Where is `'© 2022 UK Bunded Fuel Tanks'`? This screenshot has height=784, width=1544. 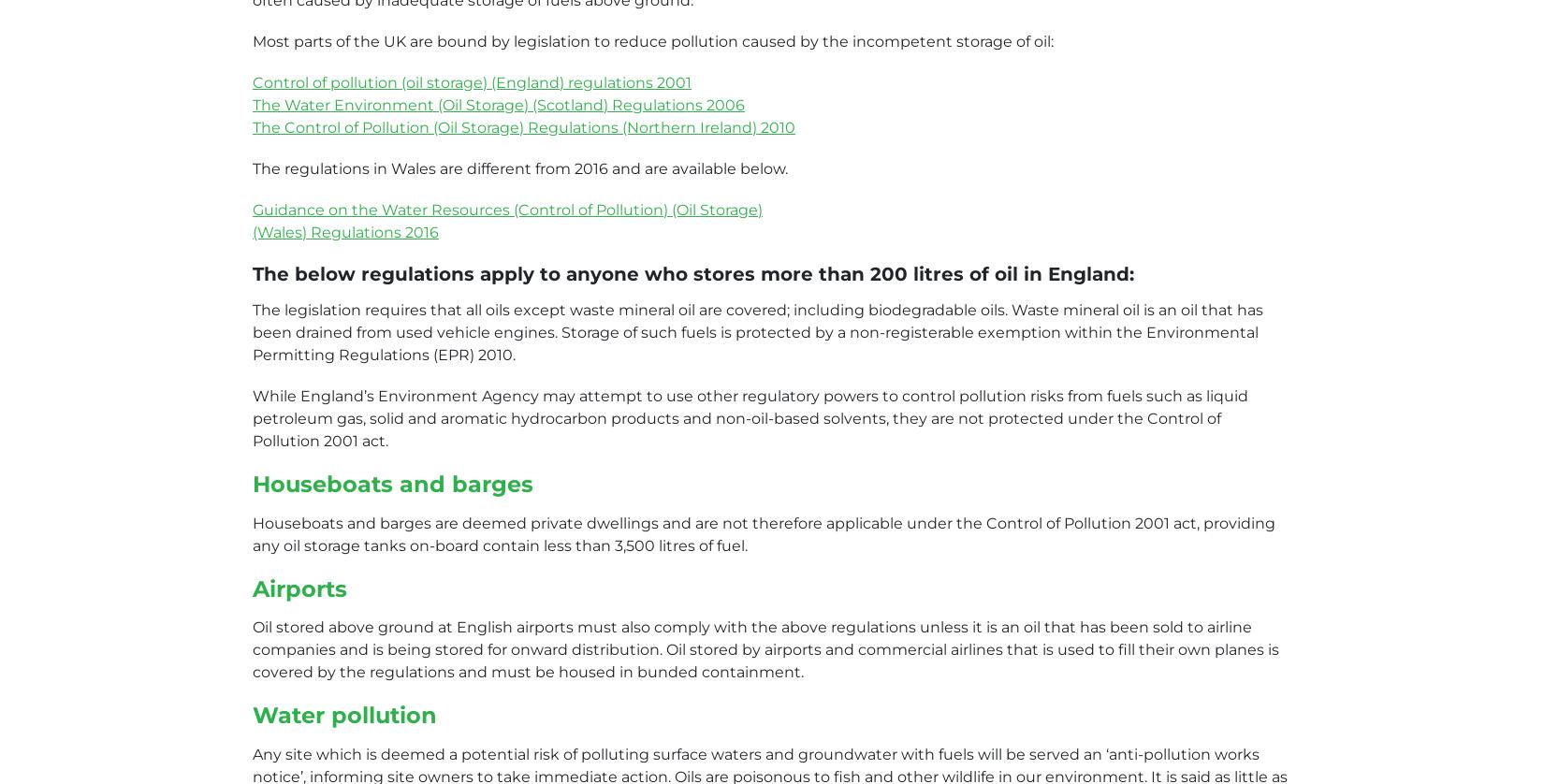
'© 2022 UK Bunded Fuel Tanks' is located at coordinates (366, 426).